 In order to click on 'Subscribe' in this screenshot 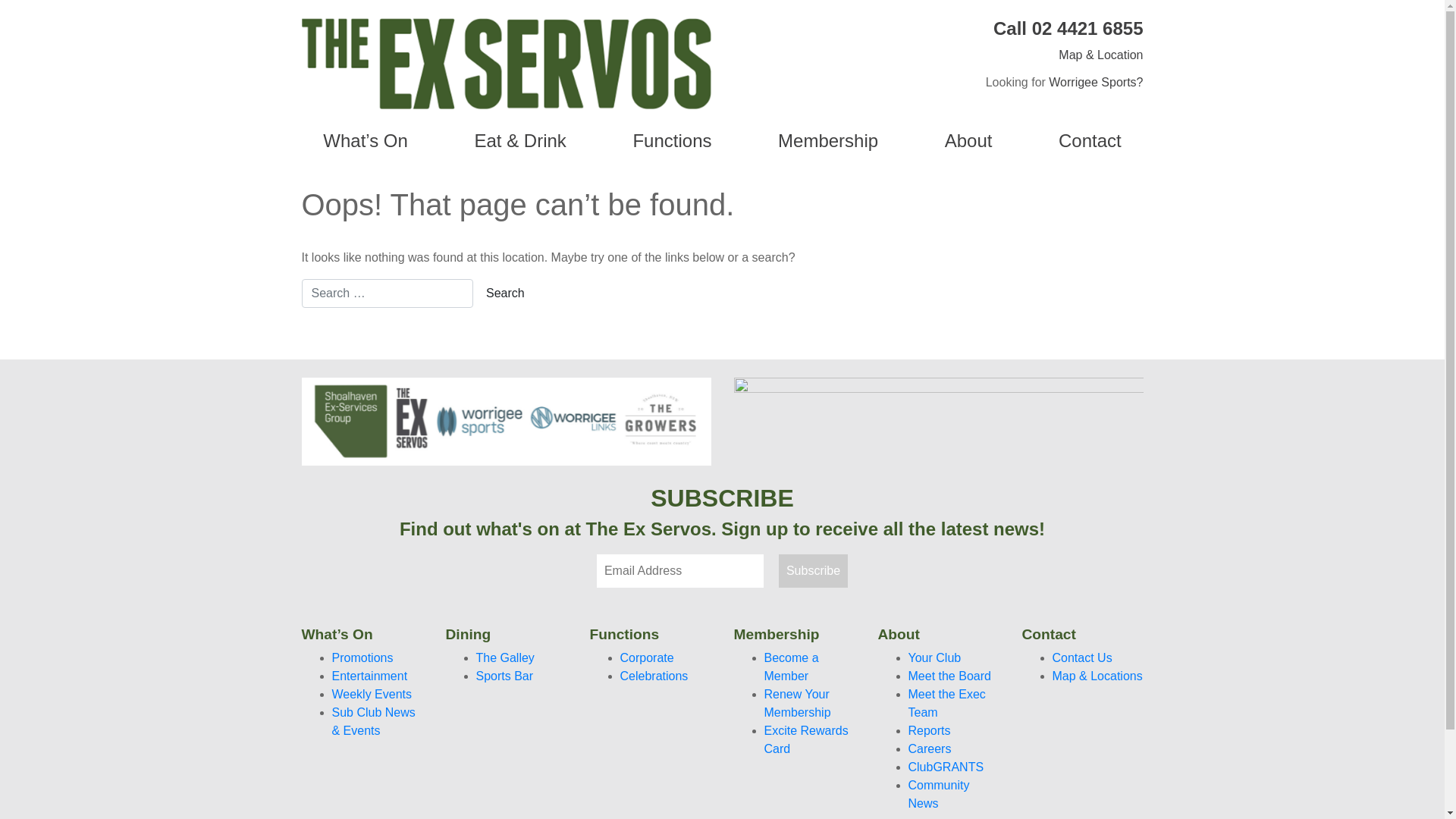, I will do `click(812, 570)`.